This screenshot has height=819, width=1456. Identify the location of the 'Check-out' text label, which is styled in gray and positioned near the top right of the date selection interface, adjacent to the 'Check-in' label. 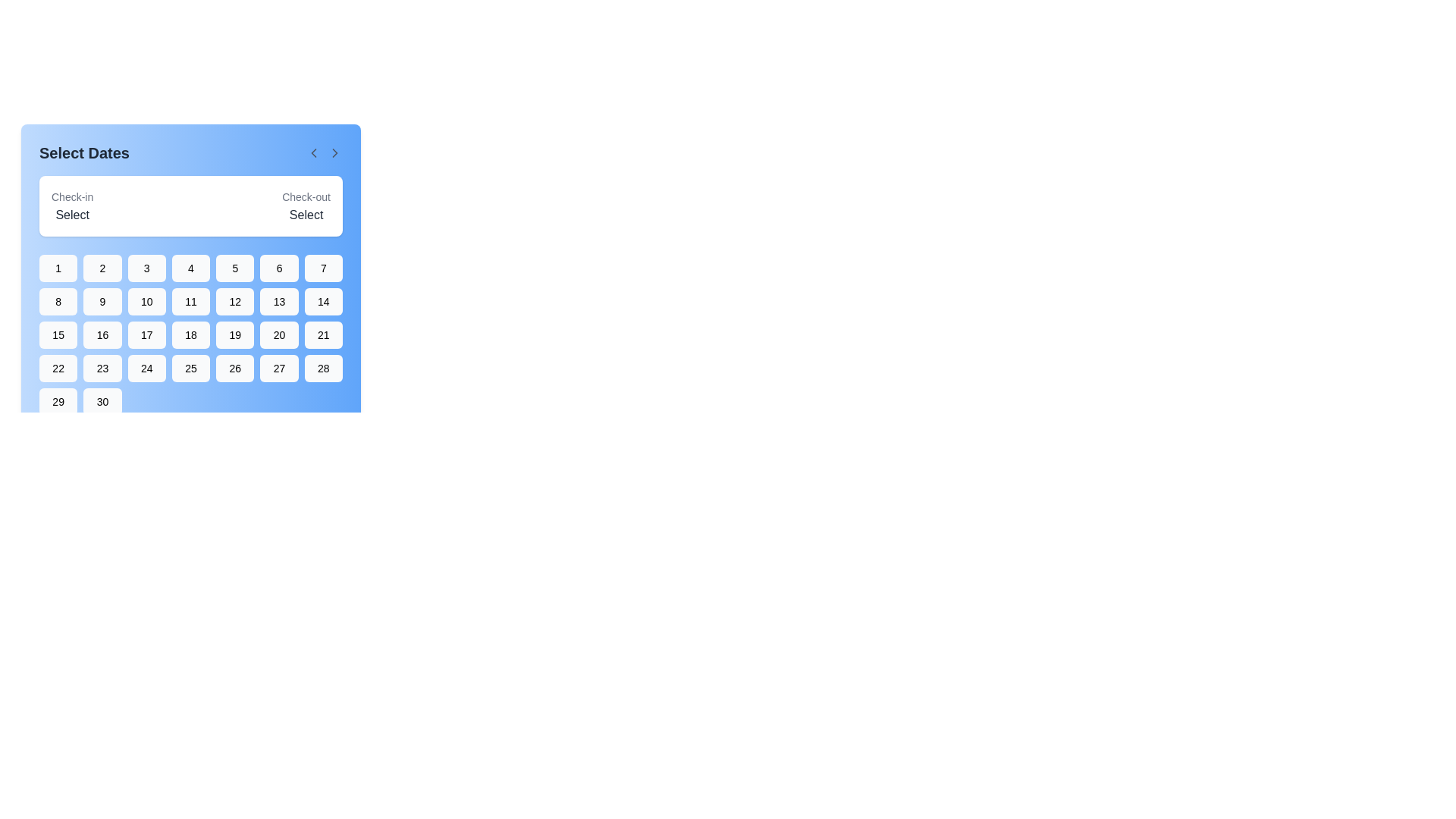
(306, 196).